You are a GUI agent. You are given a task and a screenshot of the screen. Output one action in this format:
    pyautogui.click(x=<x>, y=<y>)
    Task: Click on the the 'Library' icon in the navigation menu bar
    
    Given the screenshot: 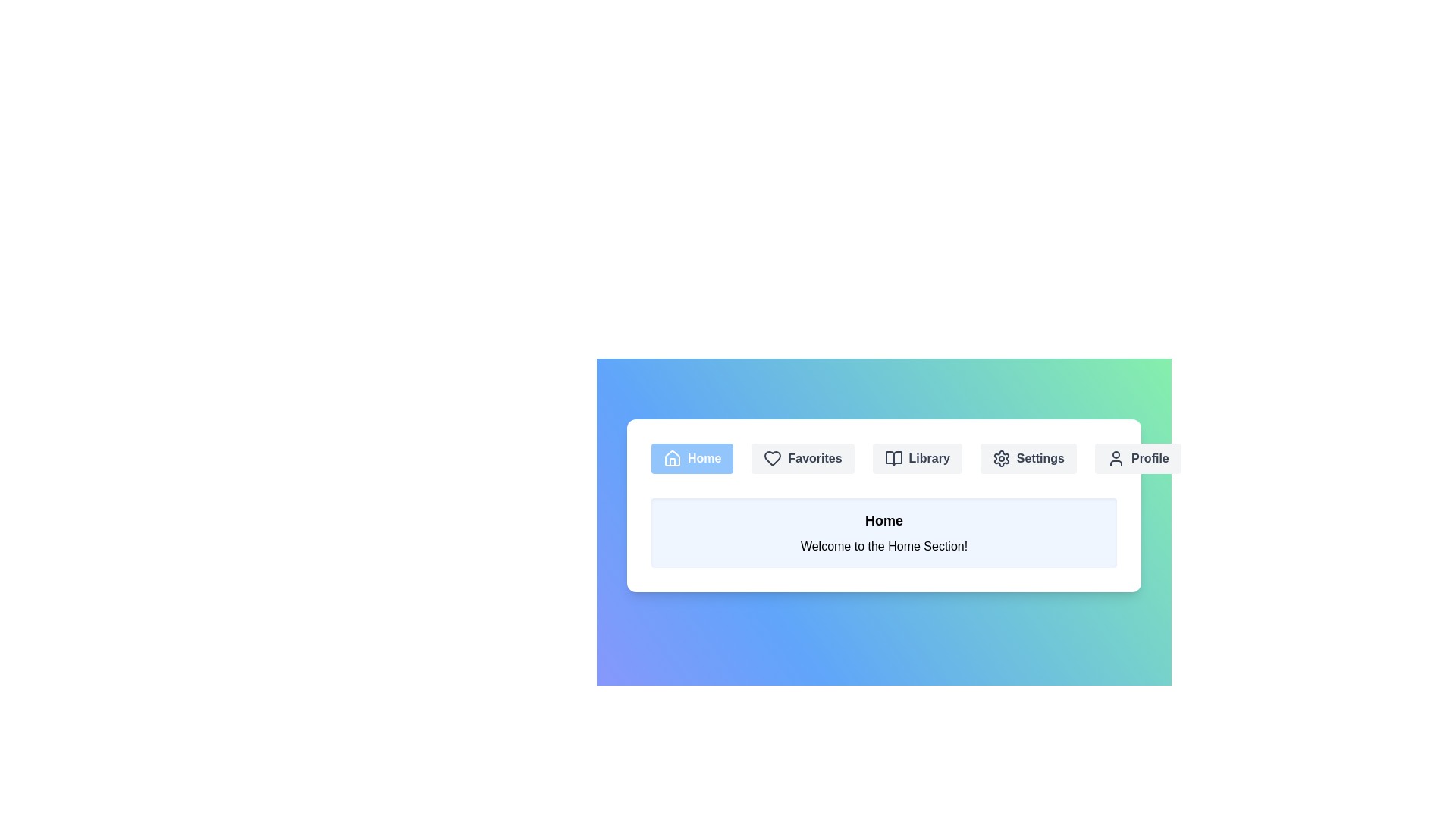 What is the action you would take?
    pyautogui.click(x=893, y=458)
    